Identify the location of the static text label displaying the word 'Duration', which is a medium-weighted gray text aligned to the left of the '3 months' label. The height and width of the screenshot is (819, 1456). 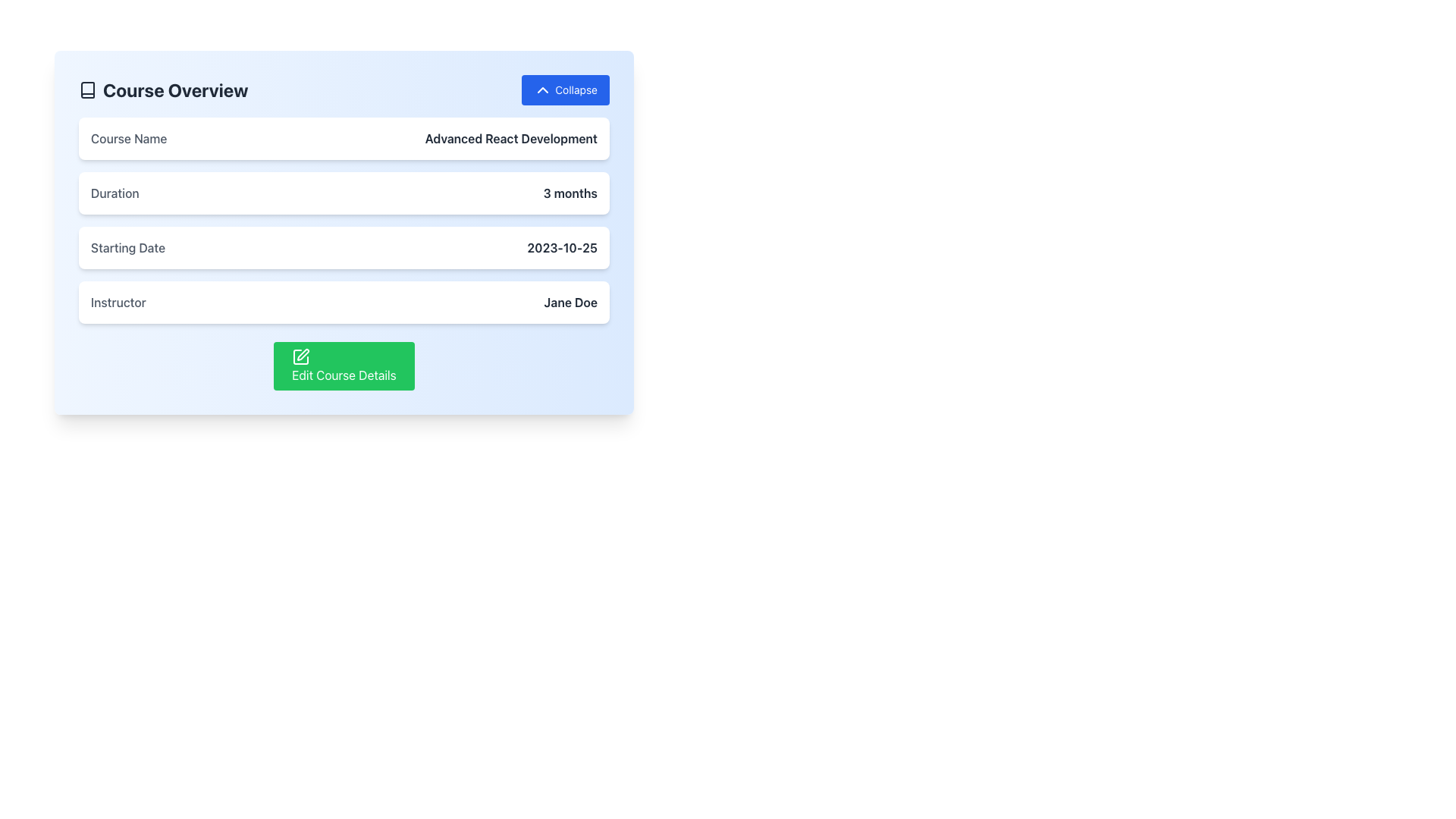
(114, 192).